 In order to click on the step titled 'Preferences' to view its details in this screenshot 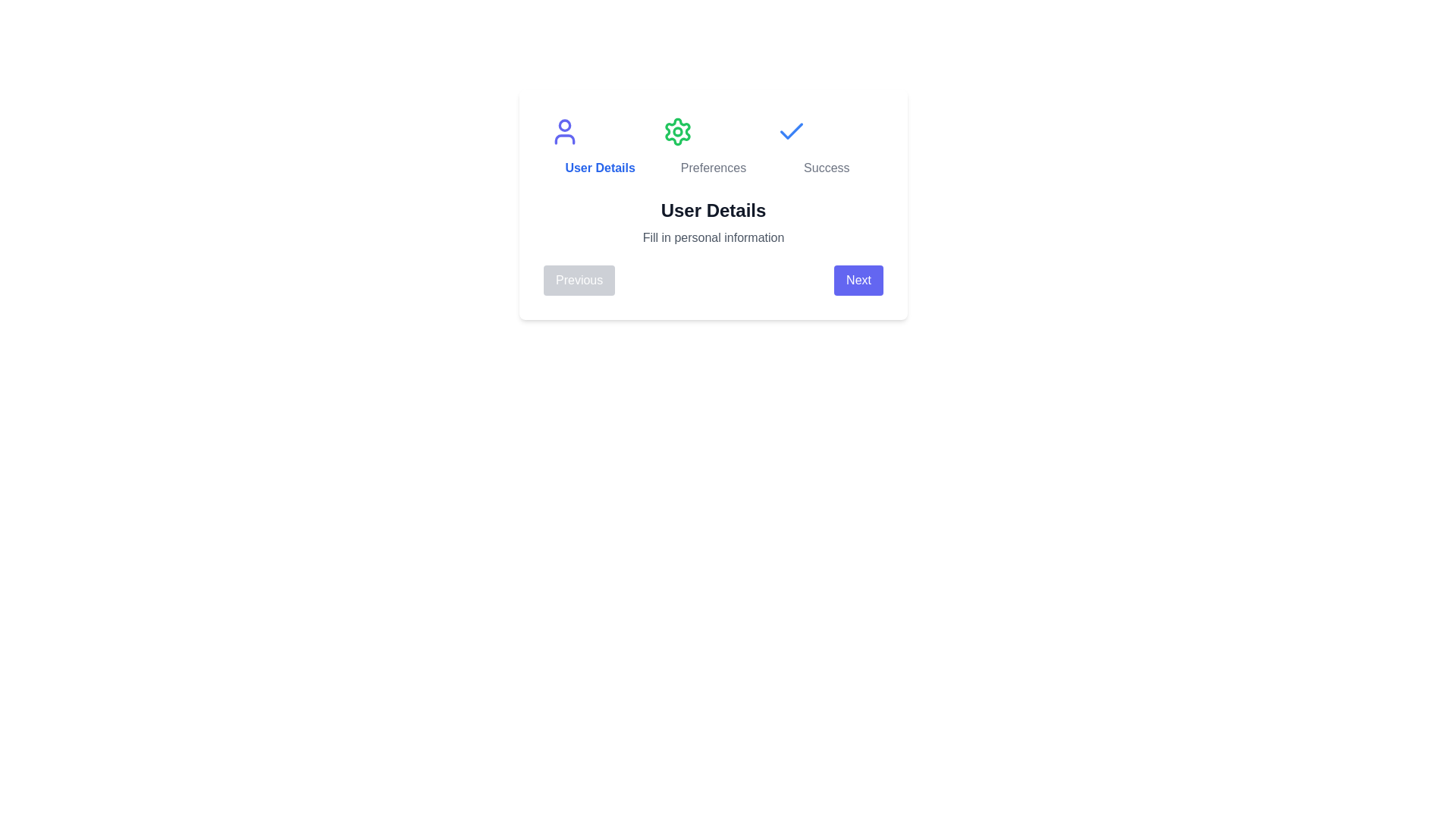, I will do `click(712, 146)`.